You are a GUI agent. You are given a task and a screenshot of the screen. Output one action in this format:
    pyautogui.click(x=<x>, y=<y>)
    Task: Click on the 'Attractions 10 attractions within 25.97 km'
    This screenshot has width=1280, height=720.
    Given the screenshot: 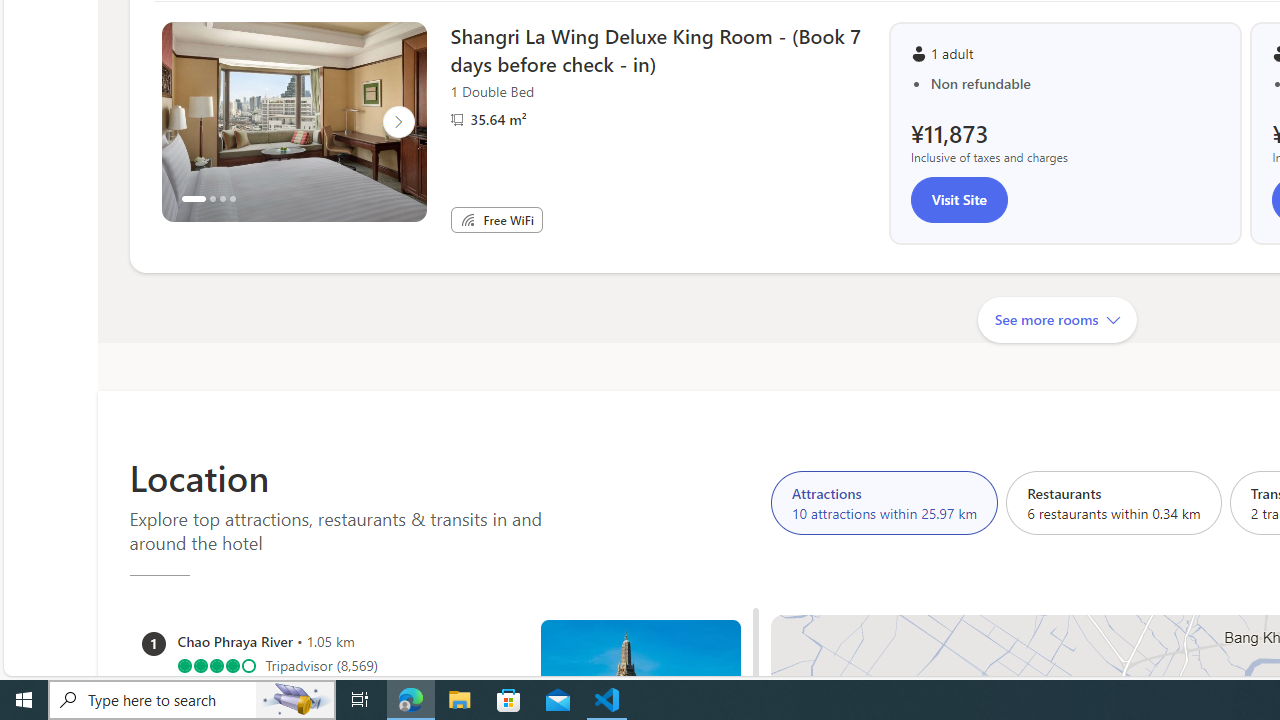 What is the action you would take?
    pyautogui.click(x=883, y=501)
    